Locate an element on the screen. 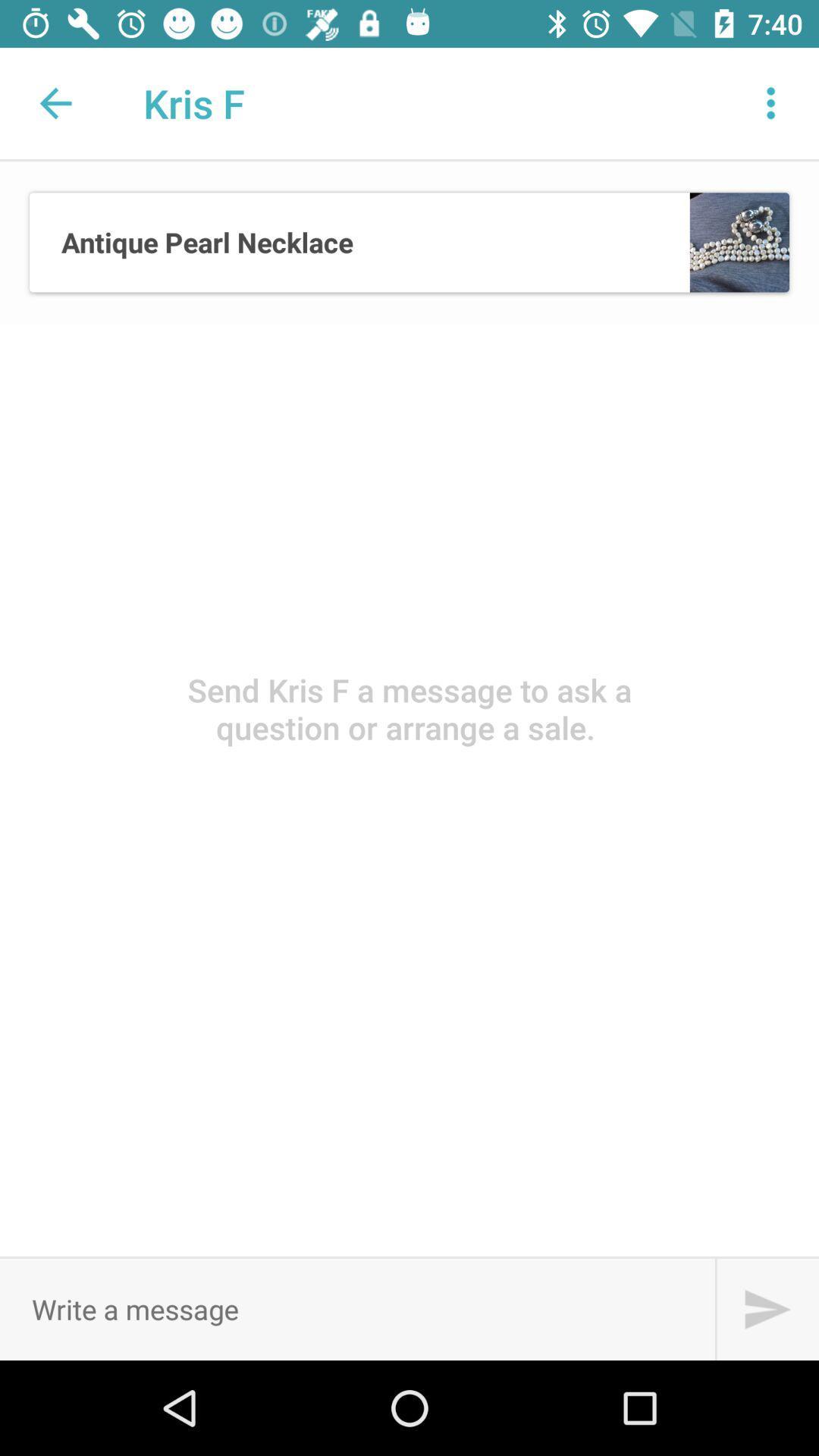  shows type message is located at coordinates (357, 1308).